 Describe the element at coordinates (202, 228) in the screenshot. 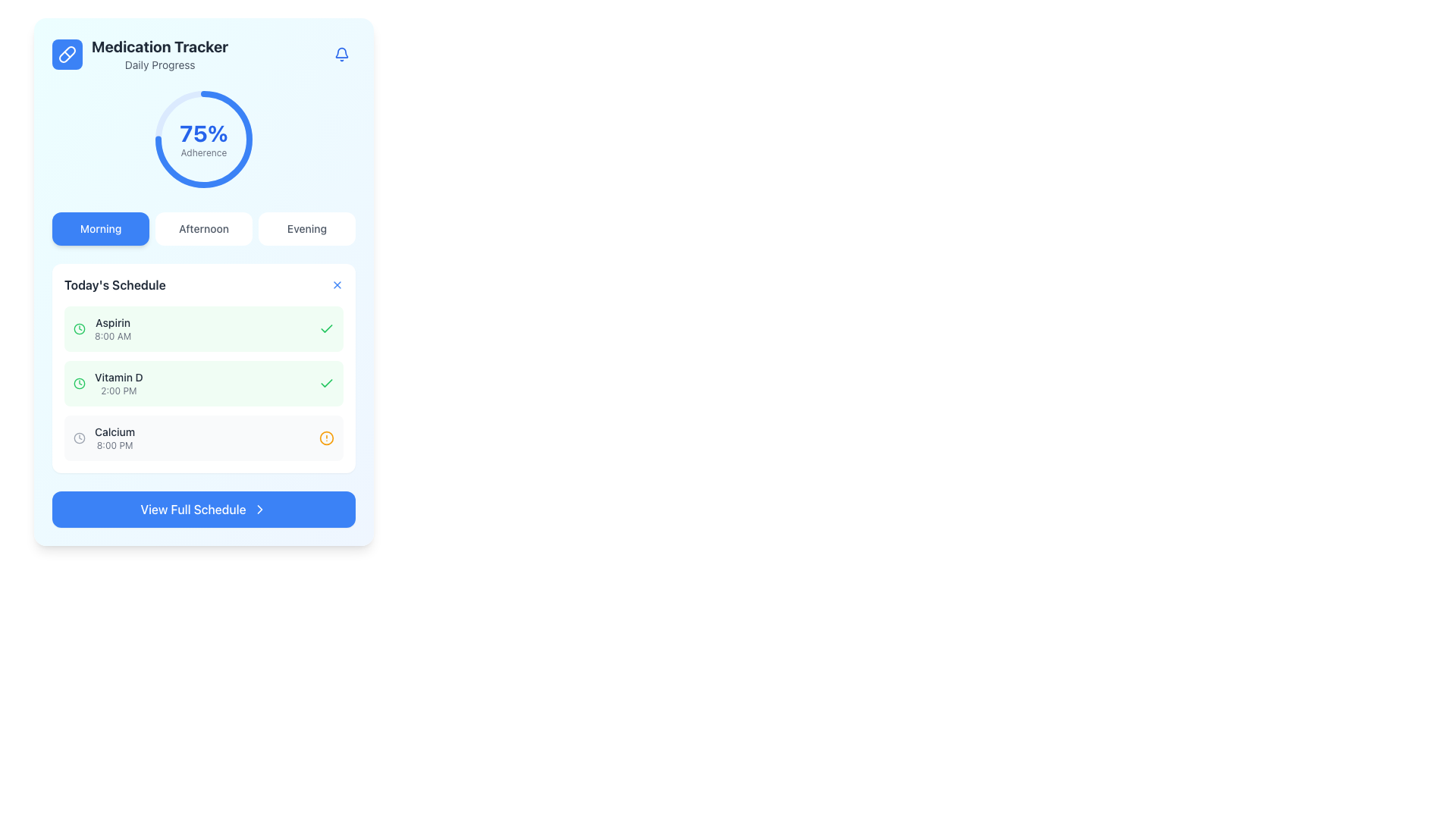

I see `the button group containing 'Morning', 'Afternoon', and 'Evening' labels` at that location.